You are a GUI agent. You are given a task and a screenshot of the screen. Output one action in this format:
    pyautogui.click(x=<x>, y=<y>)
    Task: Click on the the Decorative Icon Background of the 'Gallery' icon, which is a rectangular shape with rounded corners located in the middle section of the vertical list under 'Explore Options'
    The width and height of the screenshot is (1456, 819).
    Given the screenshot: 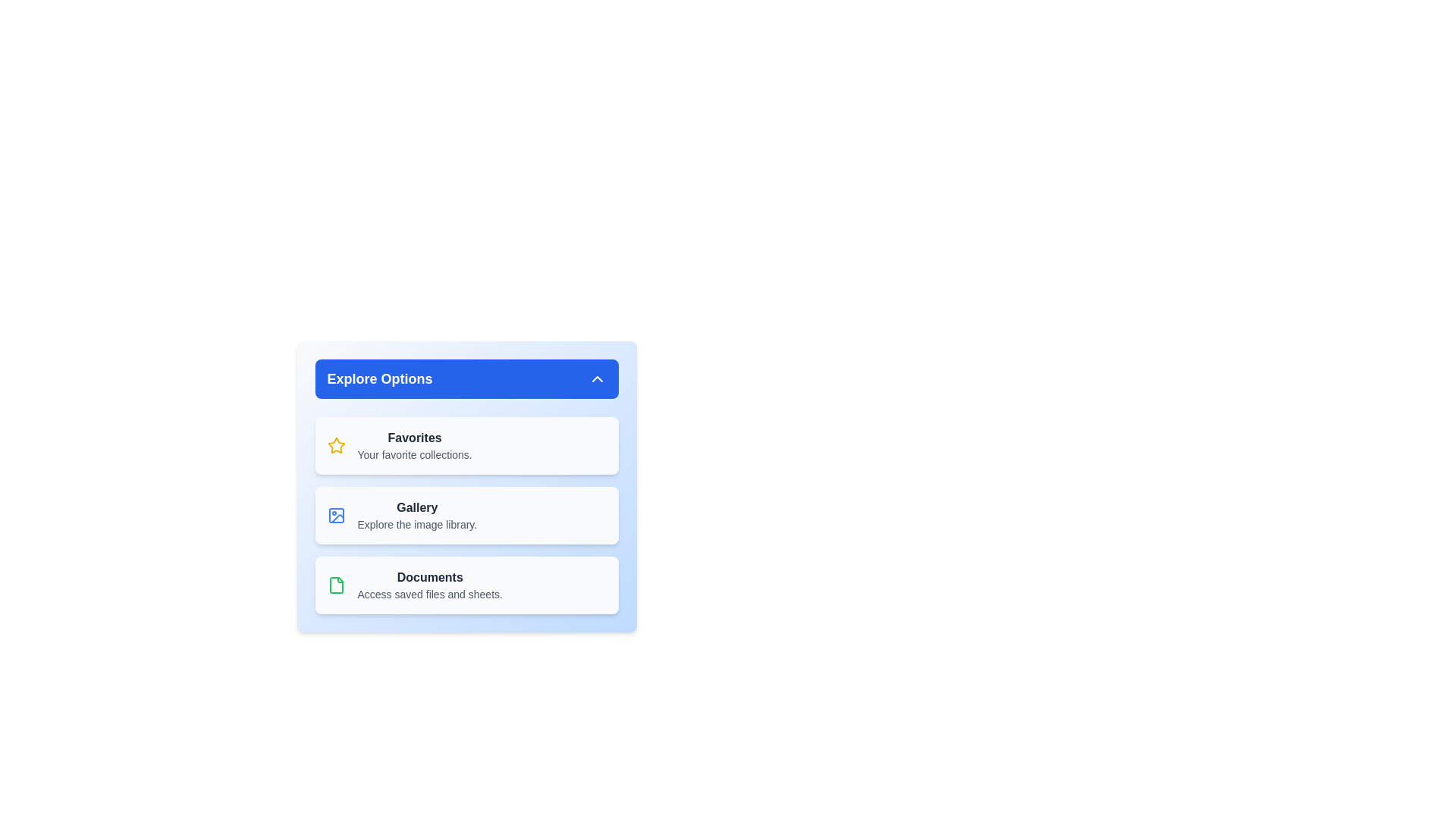 What is the action you would take?
    pyautogui.click(x=335, y=514)
    